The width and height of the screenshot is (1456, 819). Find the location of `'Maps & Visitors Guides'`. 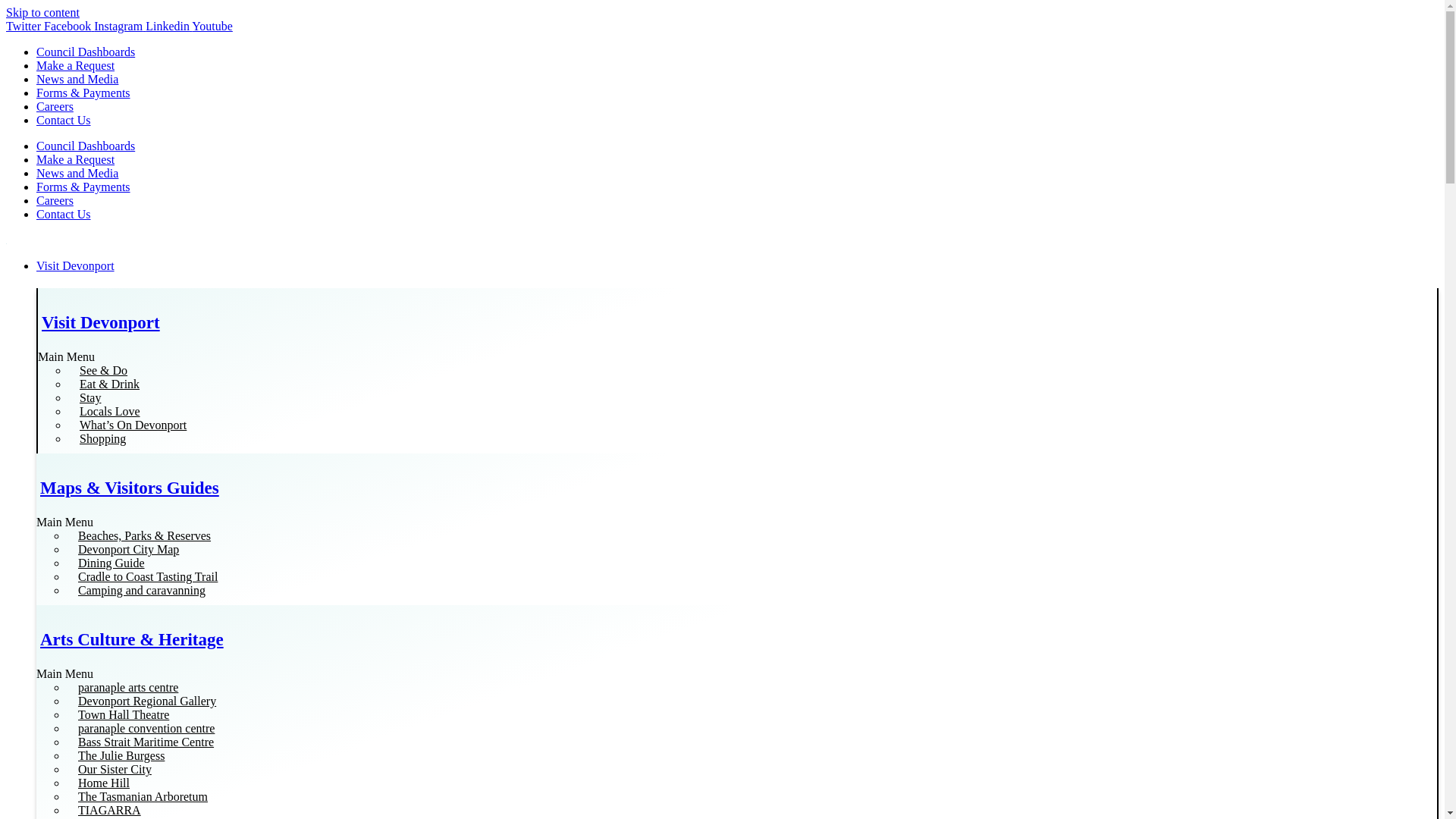

'Maps & Visitors Guides' is located at coordinates (39, 488).